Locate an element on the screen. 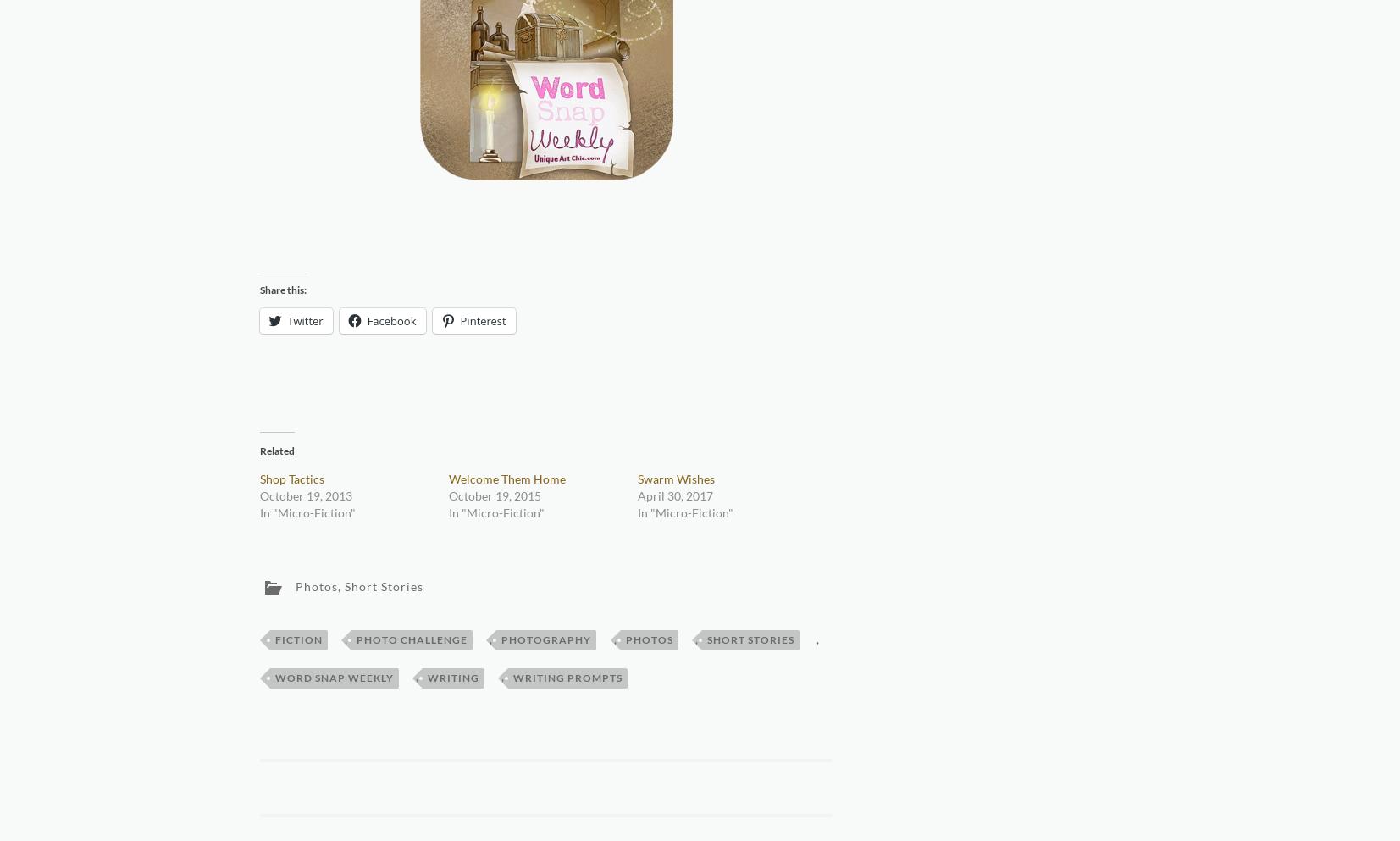  'Writing' is located at coordinates (451, 676).